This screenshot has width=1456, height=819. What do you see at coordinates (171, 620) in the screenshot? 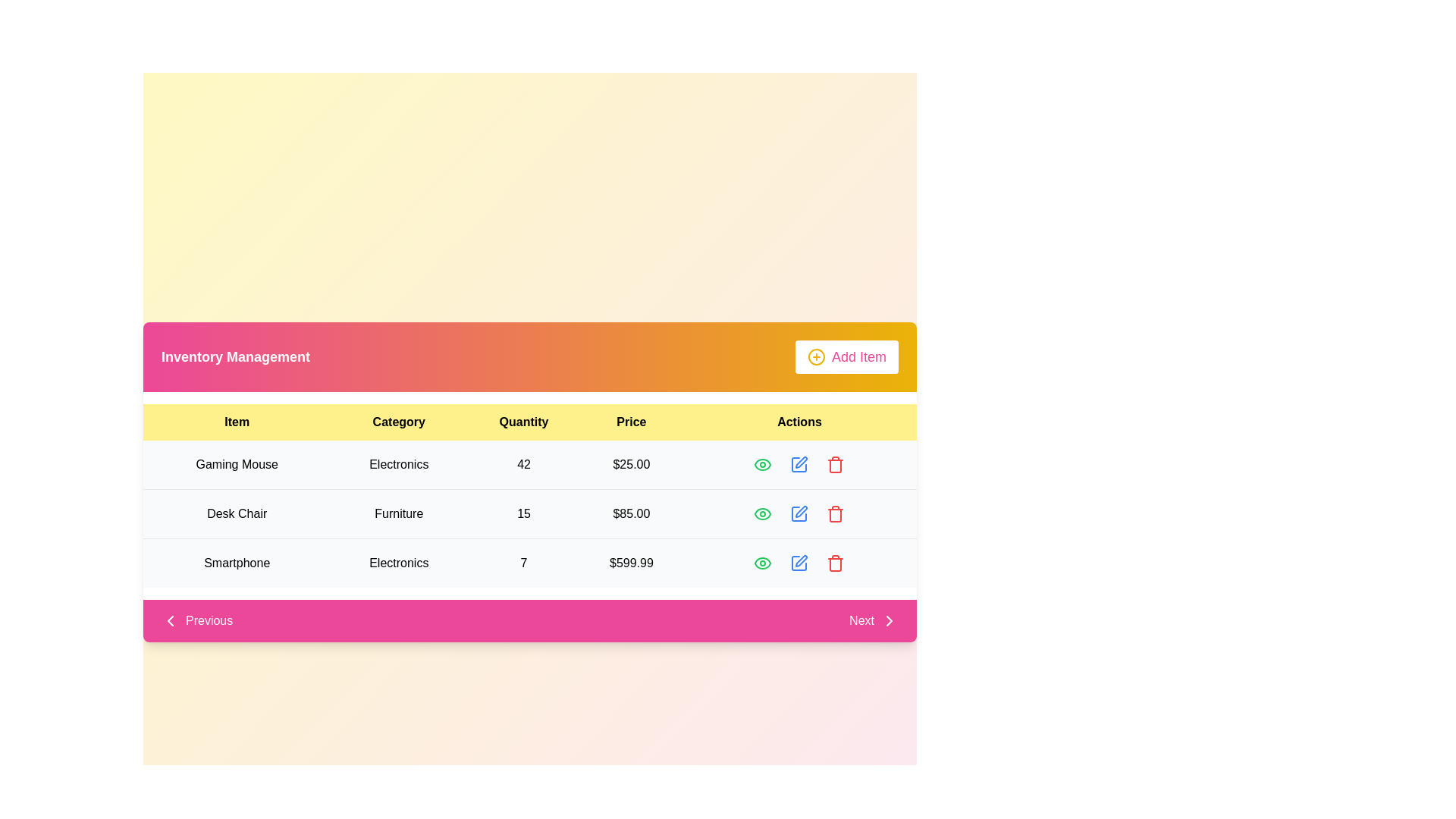
I see `the chevron arrow SVG element representing the action to move to the previous page, located within the 'Previous' button at the bottom-left corner of the interface` at bounding box center [171, 620].